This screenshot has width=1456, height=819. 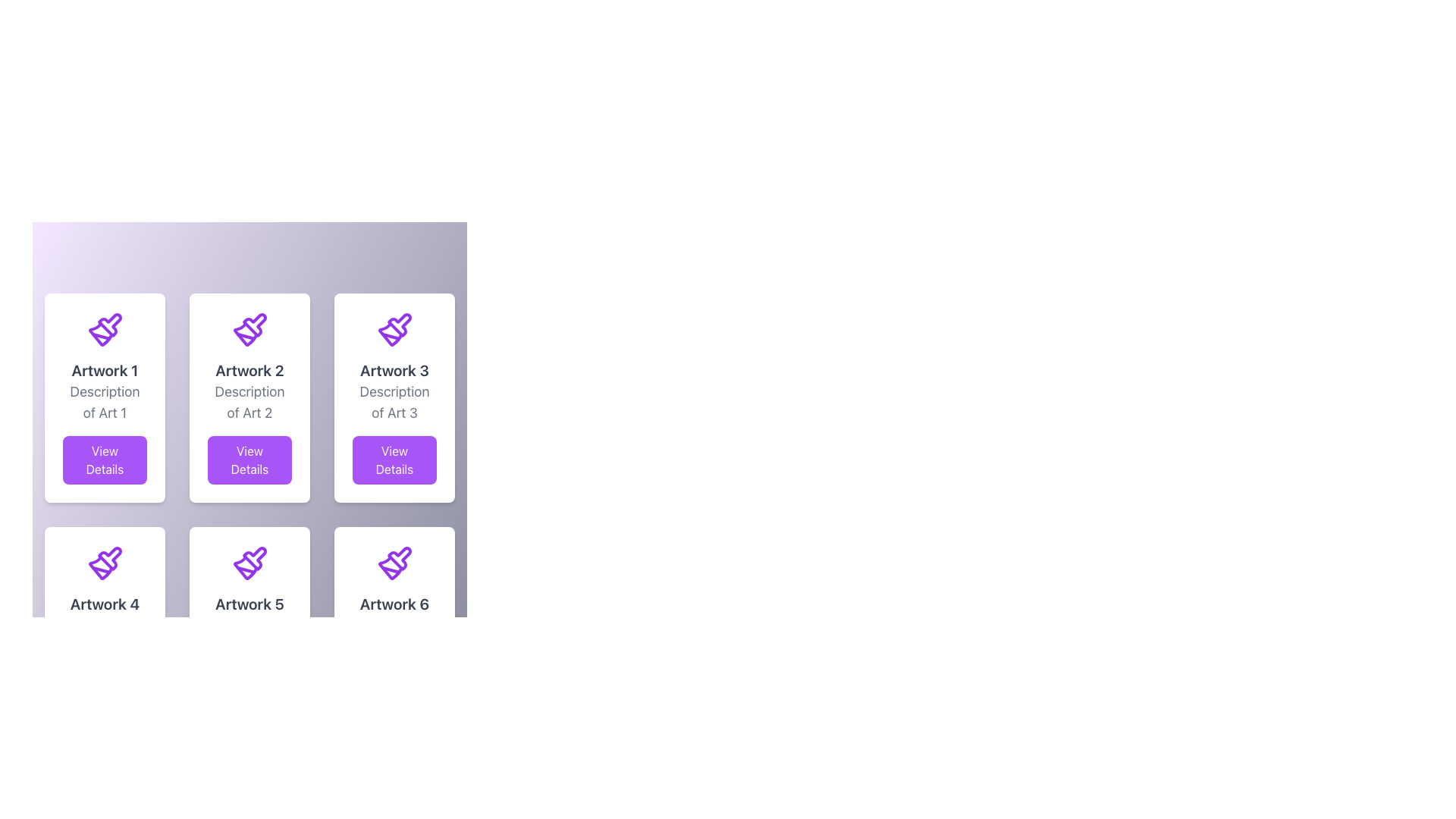 I want to click on the textual label displaying 'Artwork 6', which is styled with a large and bold gray font, located in the last column of the second row in a 3x2 grid of cards, so click(x=394, y=604).